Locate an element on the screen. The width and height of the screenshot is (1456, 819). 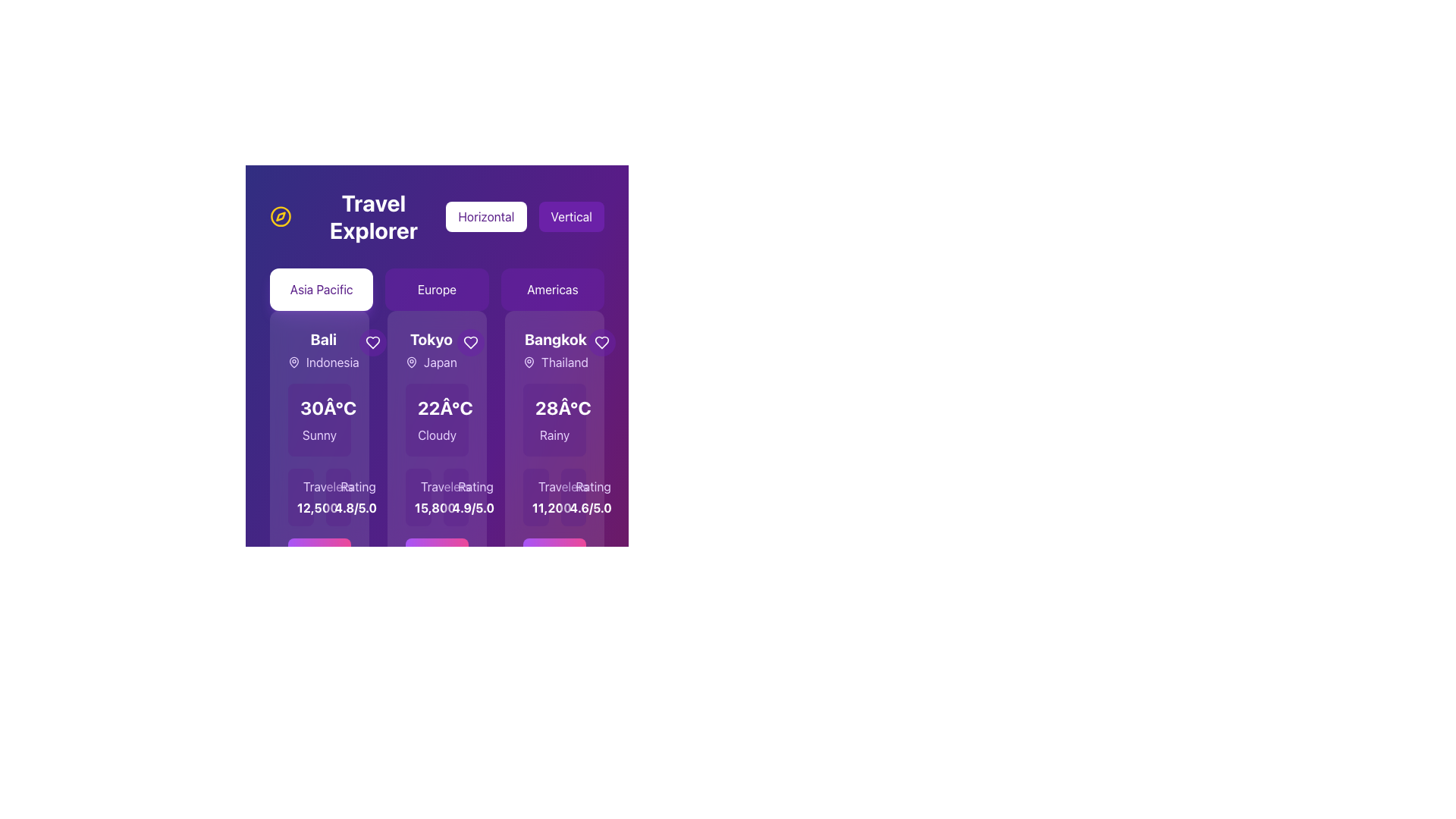
displayed text 'Cloudy' from the text label located at the lower portion of the weather card for Tokyo, which is styled in light purple and has lowercase lettering with capitalization only at the beginning is located at coordinates (436, 435).